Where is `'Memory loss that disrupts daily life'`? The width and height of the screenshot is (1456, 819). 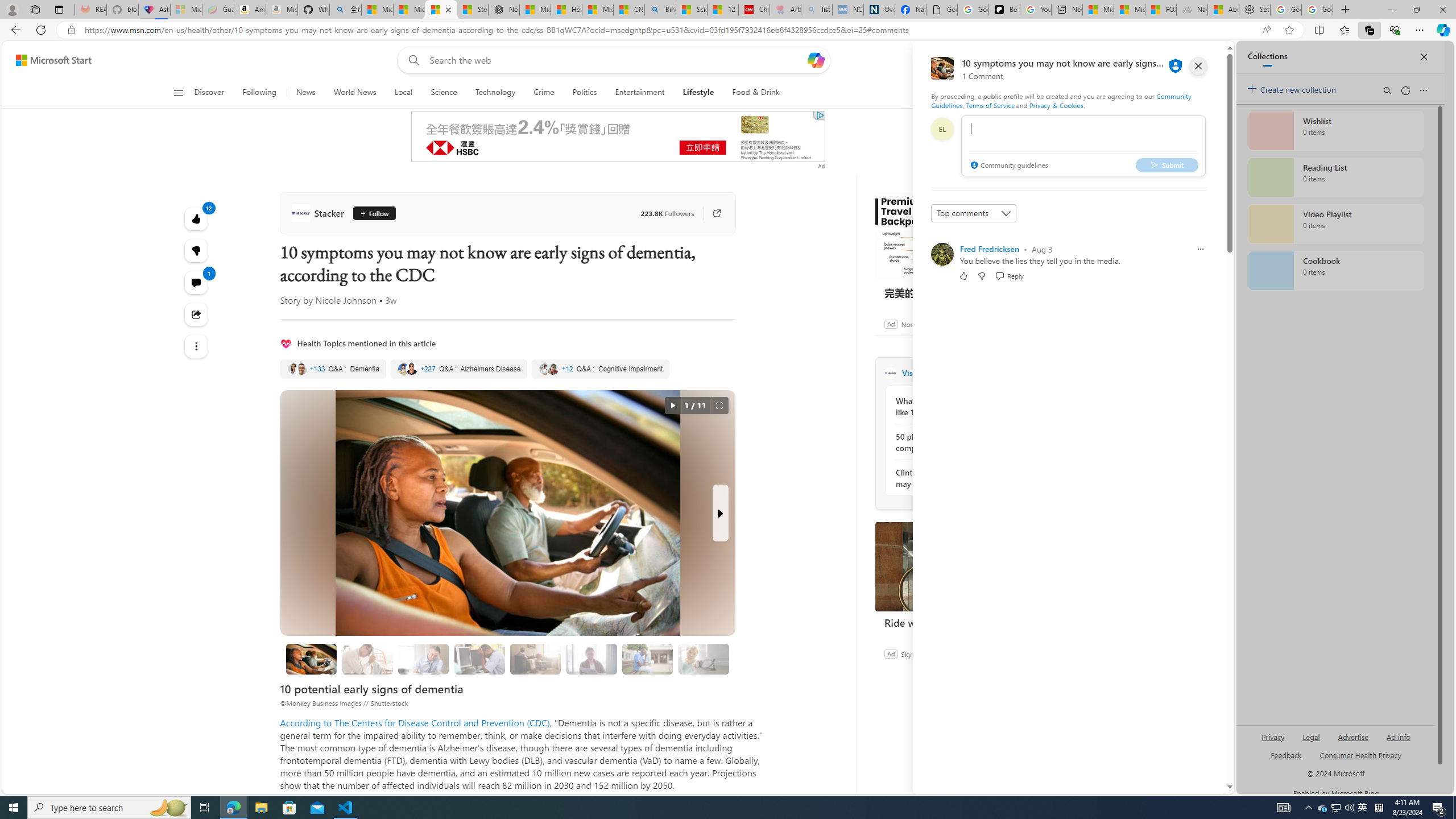
'Memory loss that disrupts daily life' is located at coordinates (367, 659).